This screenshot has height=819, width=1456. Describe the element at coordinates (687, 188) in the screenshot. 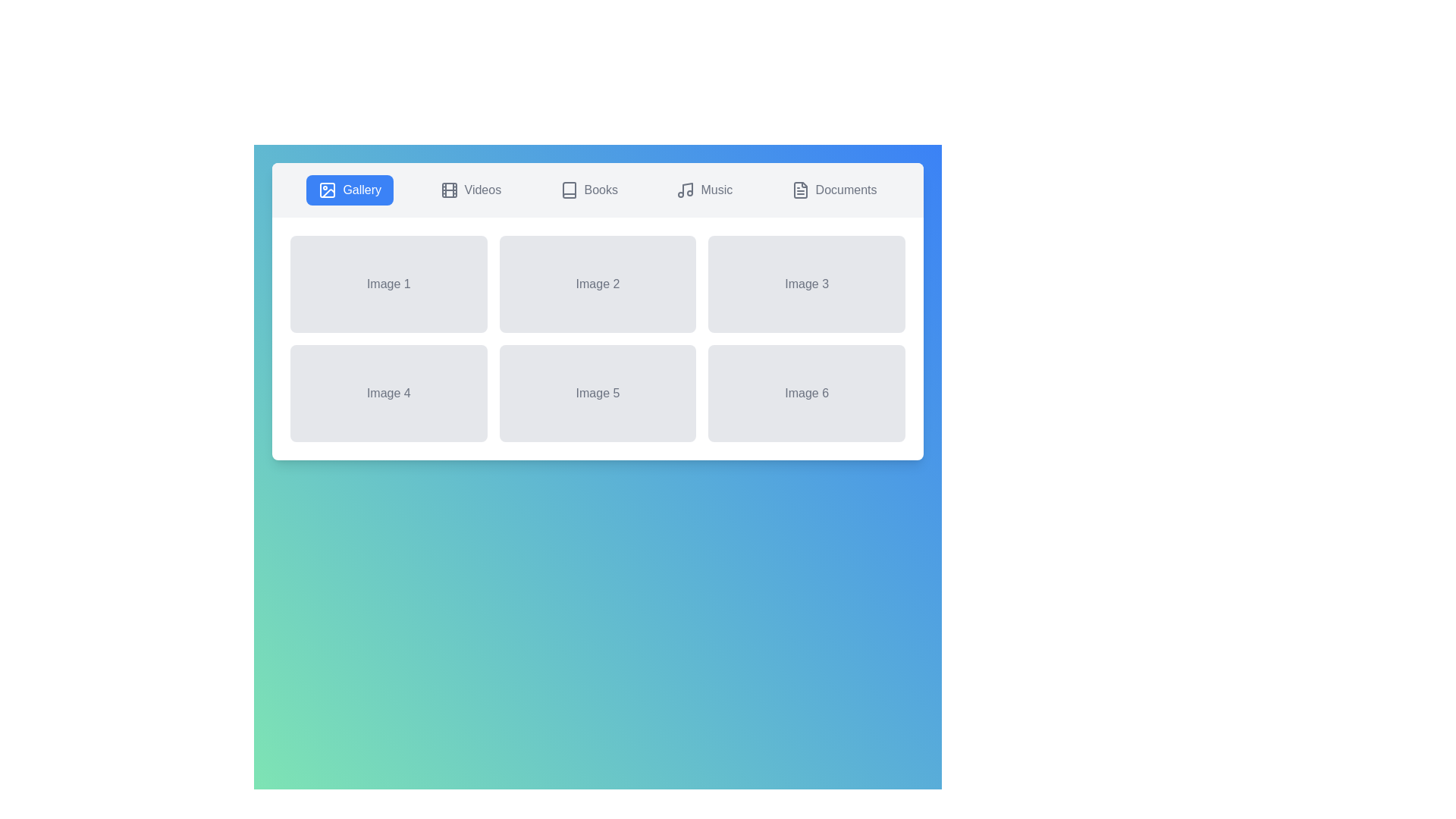

I see `the vertical line within the Music icon in the top navigation bar, which is the first of three components forming the icon` at that location.